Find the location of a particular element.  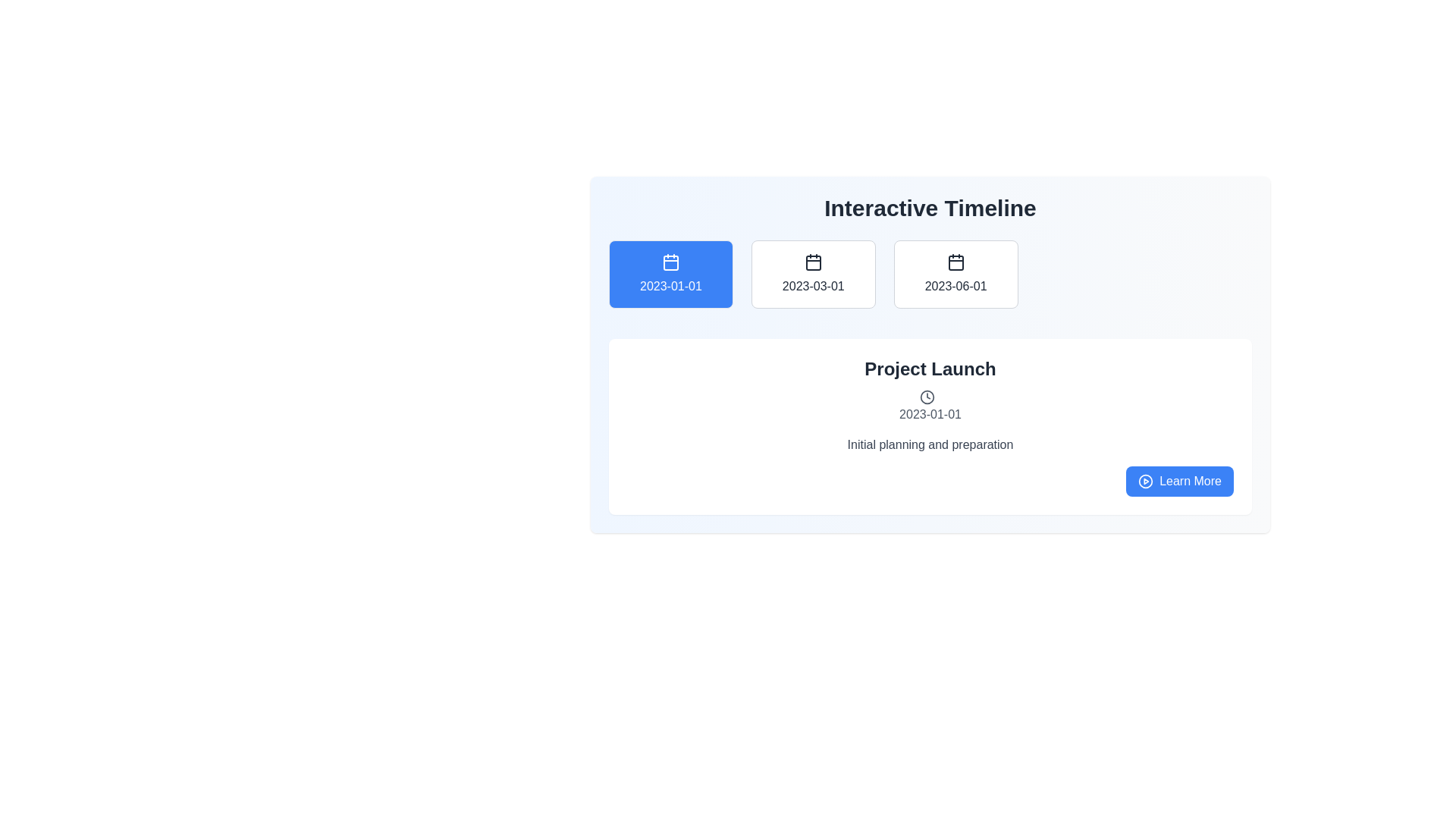

the calendar icon associated with the date '2023-06-01' is located at coordinates (955, 262).